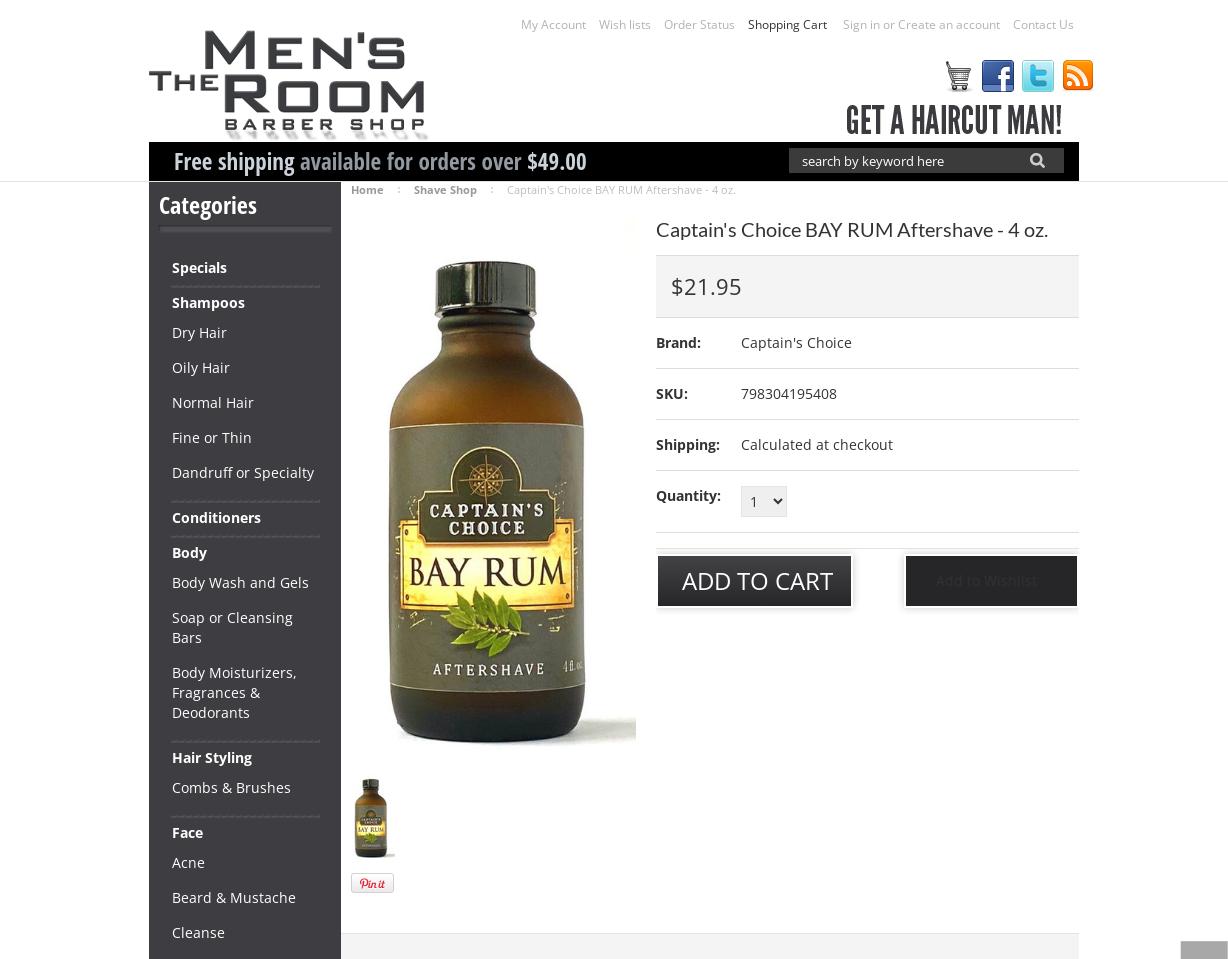 This screenshot has height=959, width=1228. Describe the element at coordinates (598, 23) in the screenshot. I see `'Wish lists'` at that location.